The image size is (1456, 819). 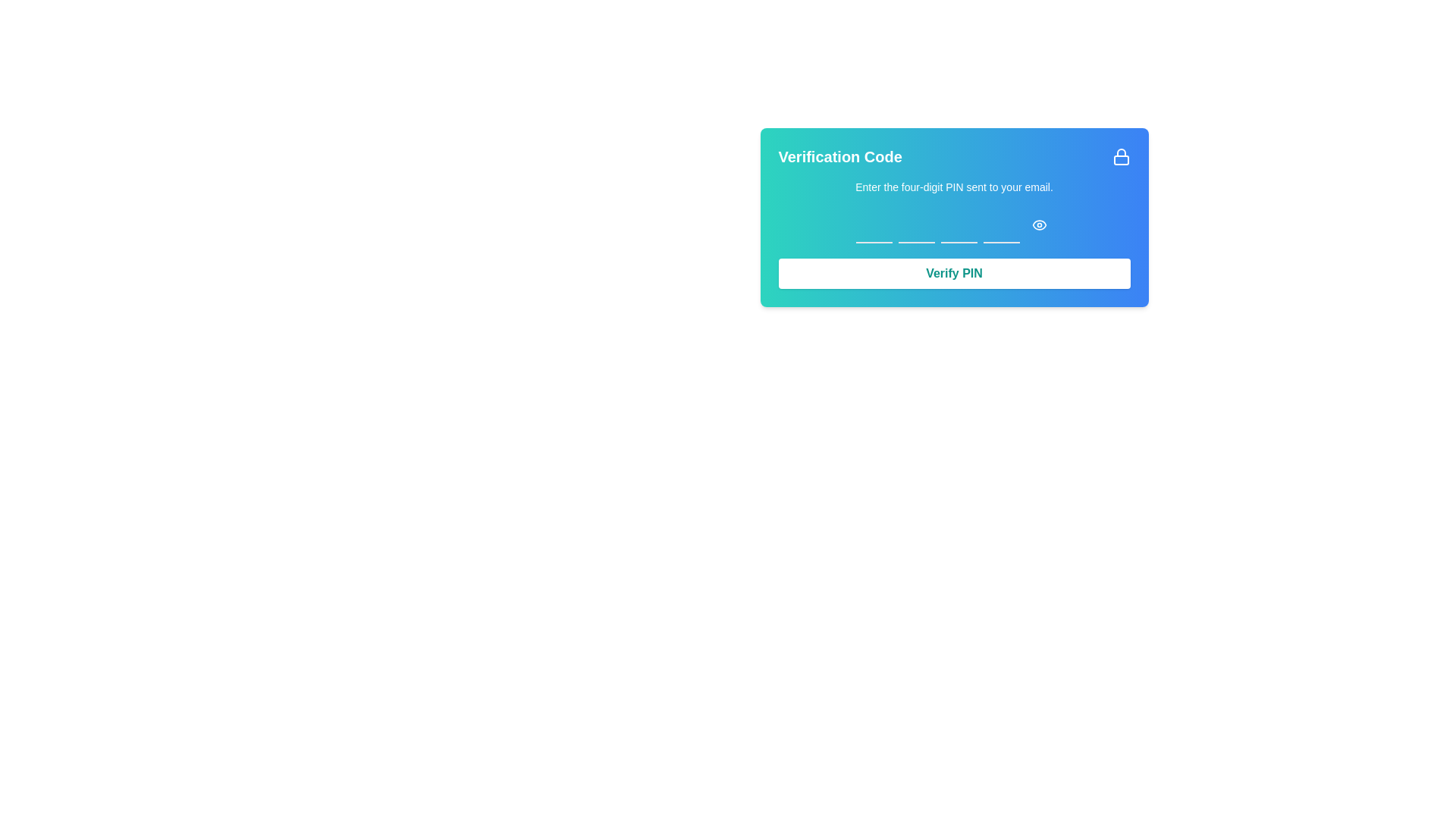 What do you see at coordinates (953, 225) in the screenshot?
I see `the PIN verification input box to focus on it, allowing the user to enter a four-digit code` at bounding box center [953, 225].